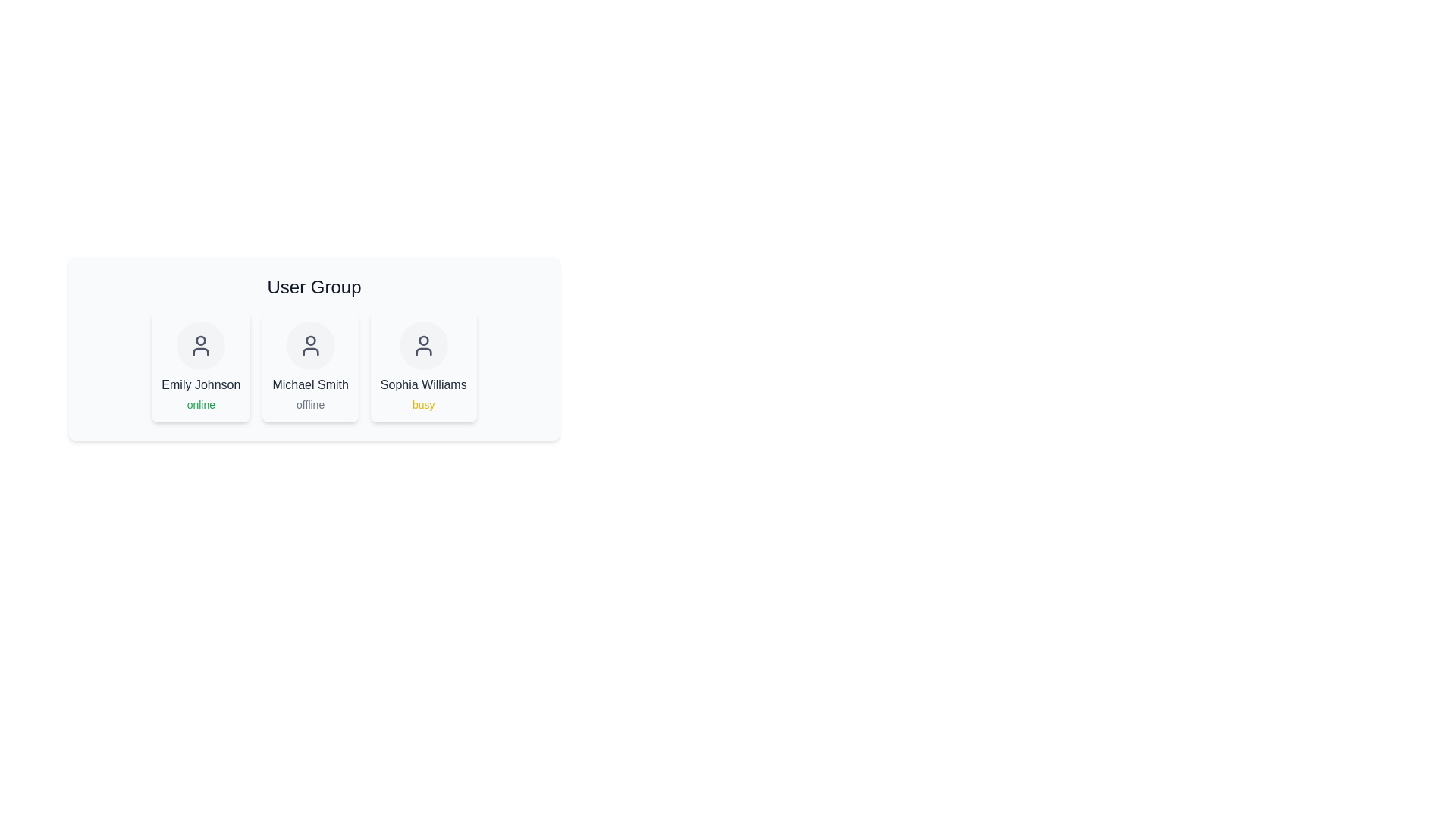 This screenshot has width=1456, height=819. Describe the element at coordinates (313, 287) in the screenshot. I see `the static text label displaying 'User Group', which is a prominent group header centered above the user profile cards` at that location.